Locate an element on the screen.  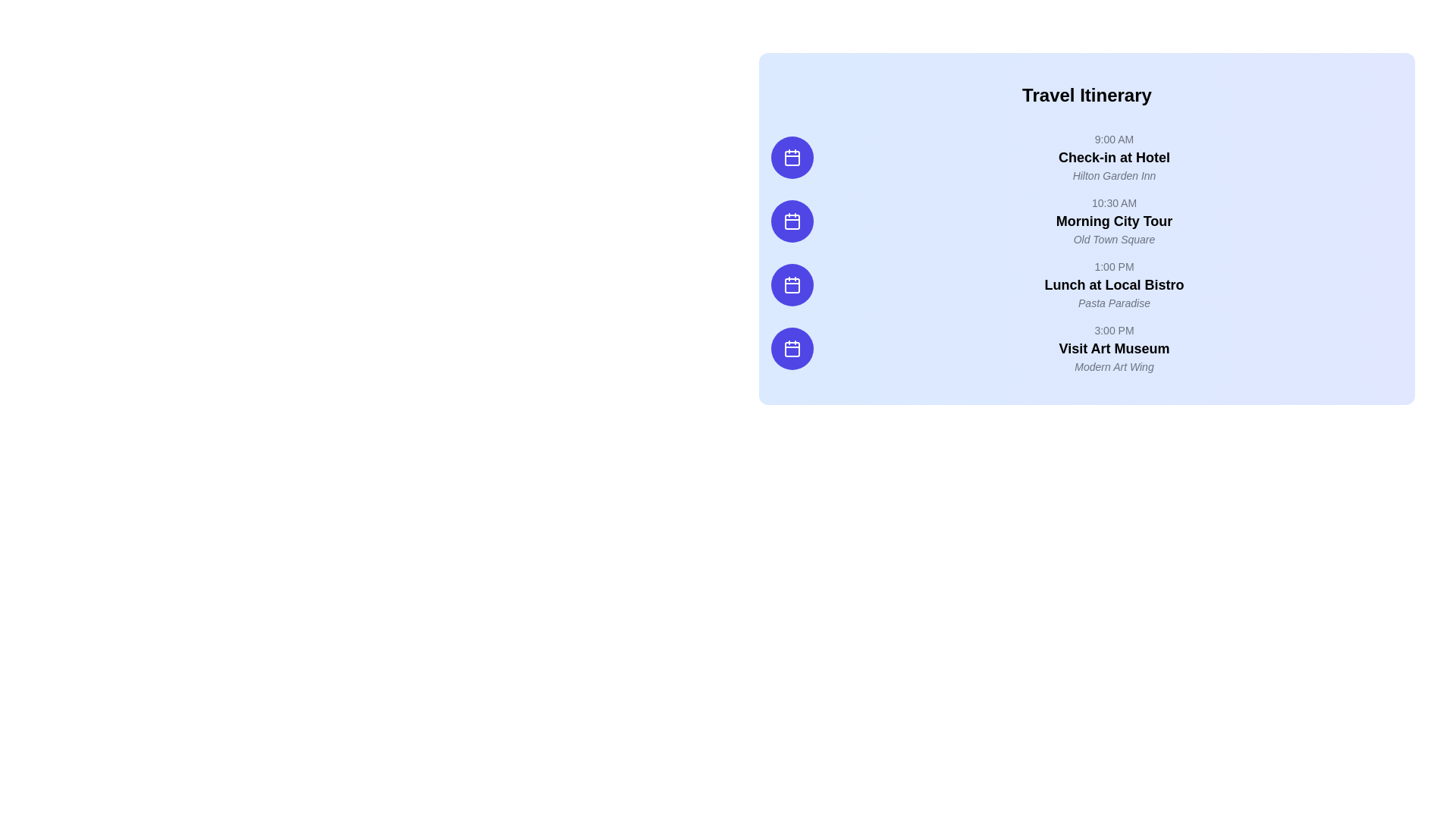
the second icon button in the vertical sequence of four on the left side of the 'Travel Itinerary' section, which indicates the availability of a calendar or schedule for the 'Morning City Tour' is located at coordinates (792, 221).